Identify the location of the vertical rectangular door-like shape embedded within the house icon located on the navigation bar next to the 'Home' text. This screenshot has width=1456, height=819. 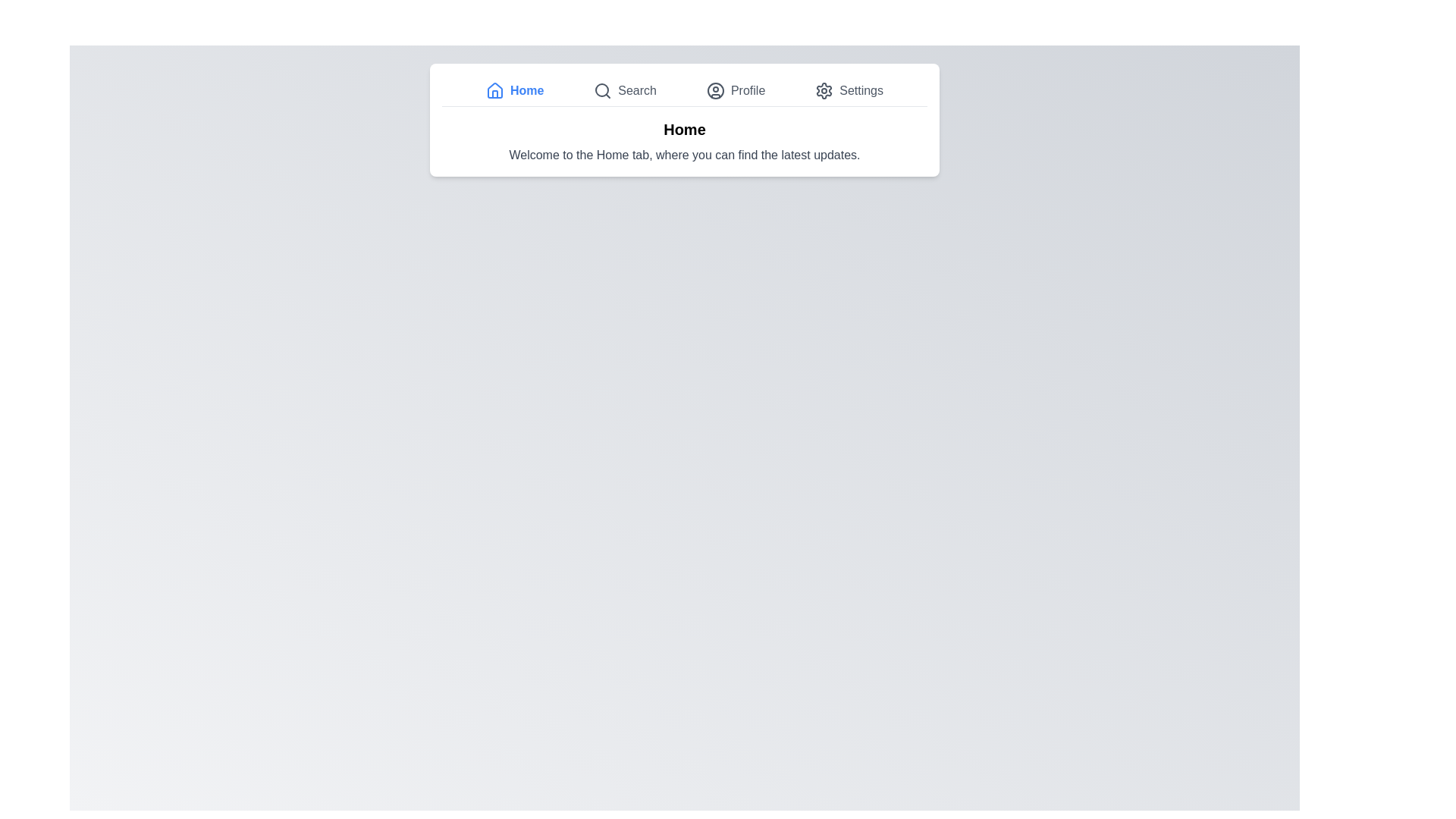
(494, 94).